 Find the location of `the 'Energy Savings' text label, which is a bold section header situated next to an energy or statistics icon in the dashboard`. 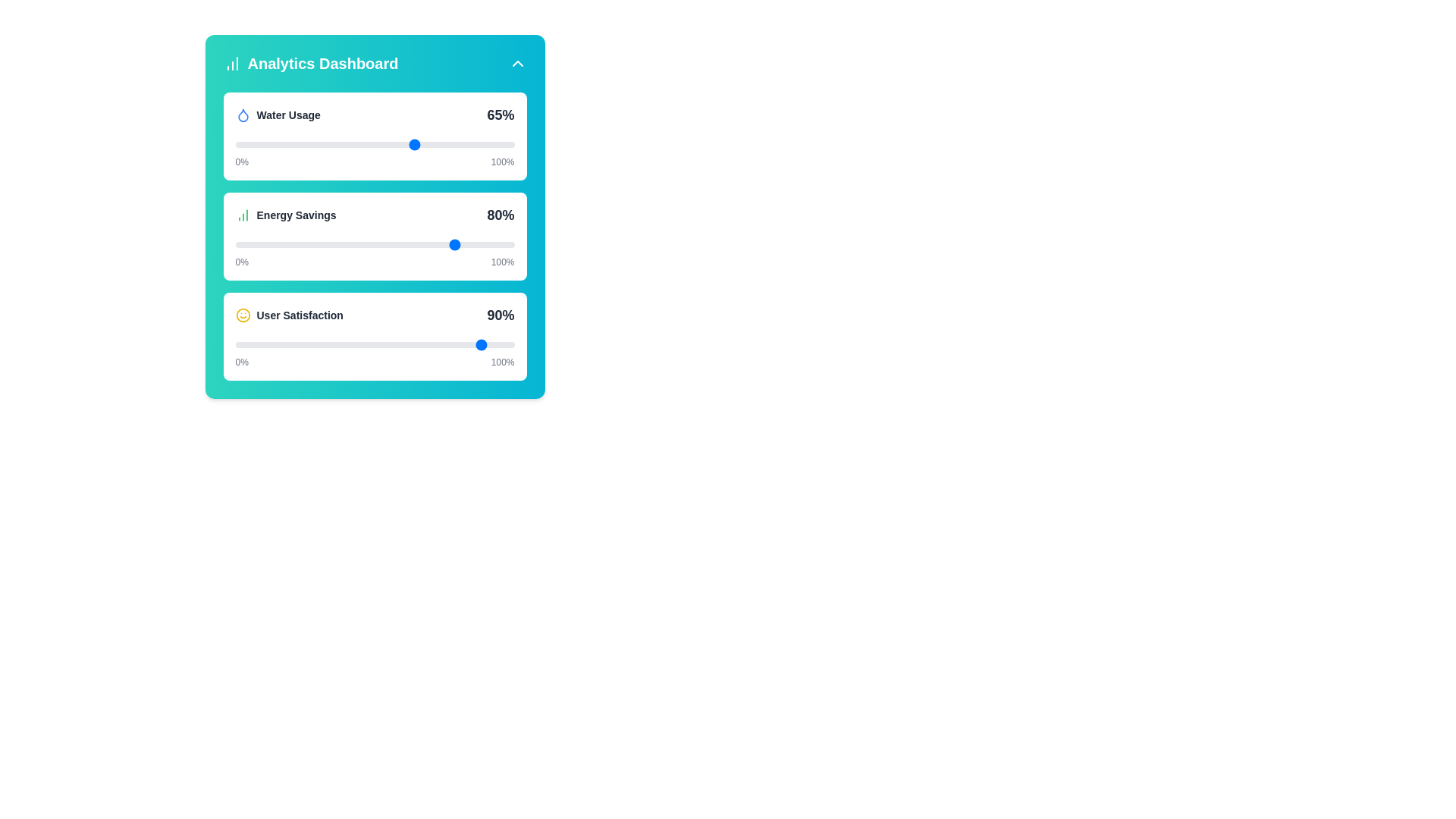

the 'Energy Savings' text label, which is a bold section header situated next to an energy or statistics icon in the dashboard is located at coordinates (297, 215).